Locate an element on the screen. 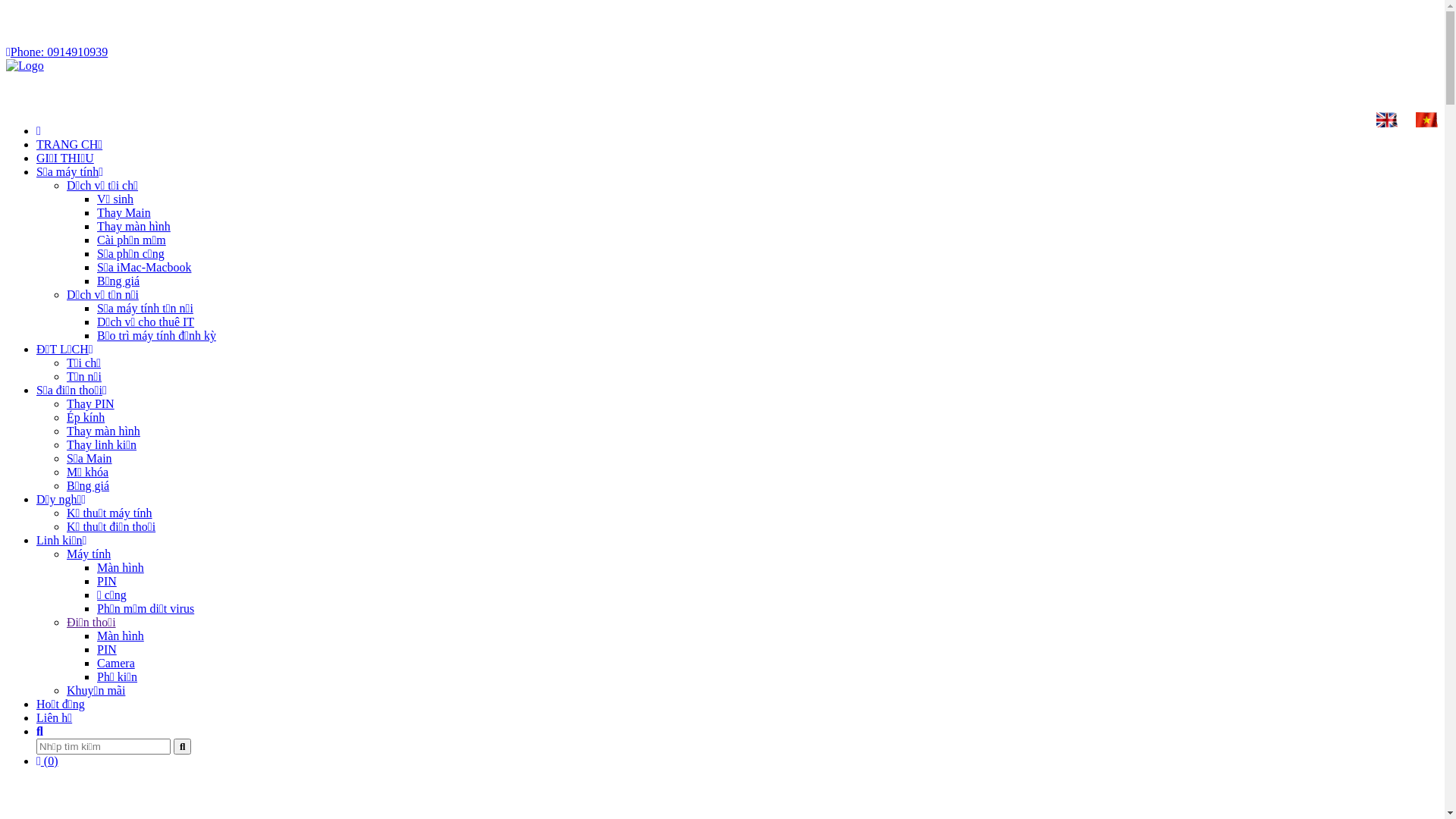  'Thay PIN' is located at coordinates (89, 403).